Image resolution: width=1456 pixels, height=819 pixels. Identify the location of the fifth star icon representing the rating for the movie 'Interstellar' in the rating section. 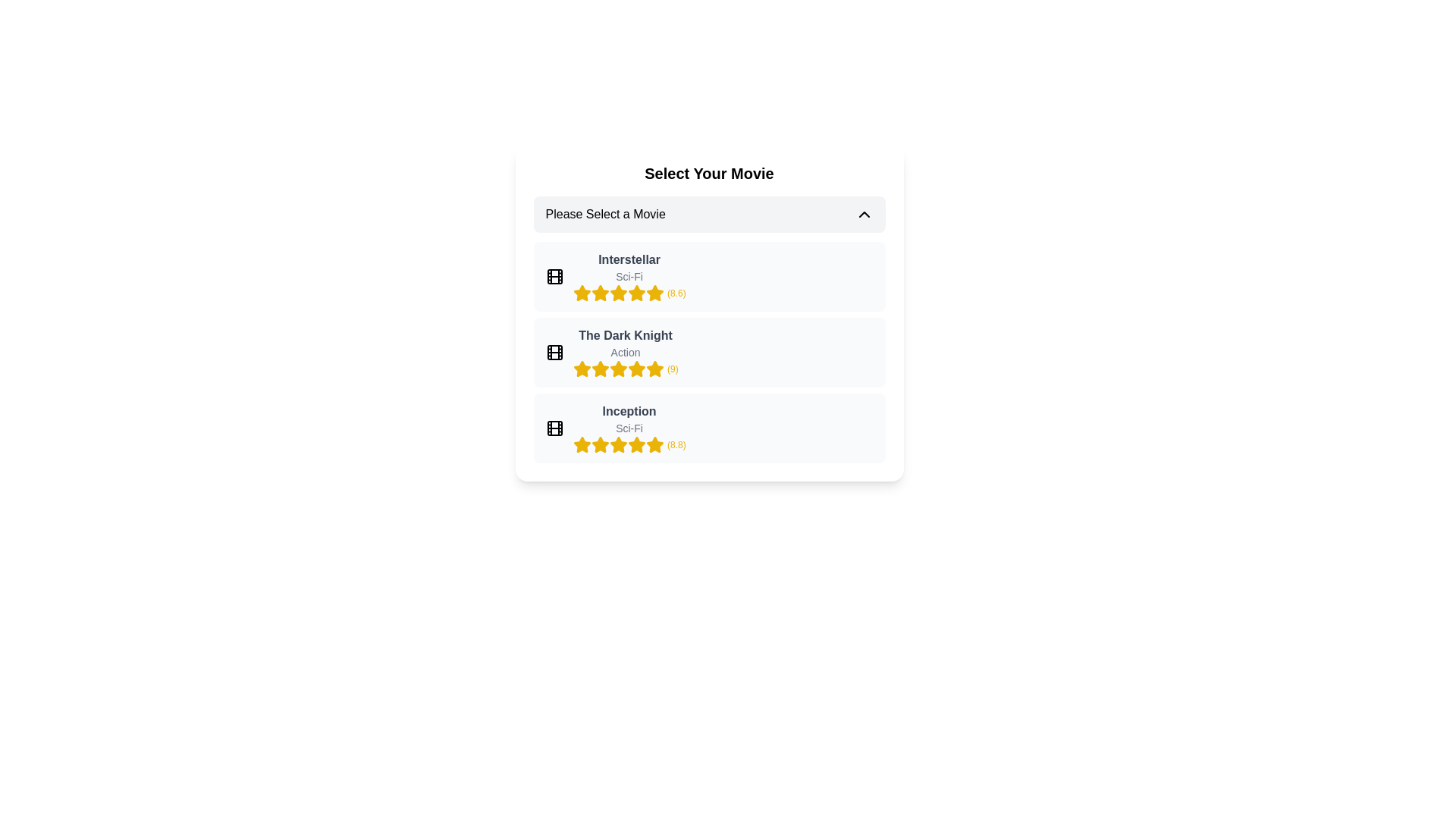
(618, 293).